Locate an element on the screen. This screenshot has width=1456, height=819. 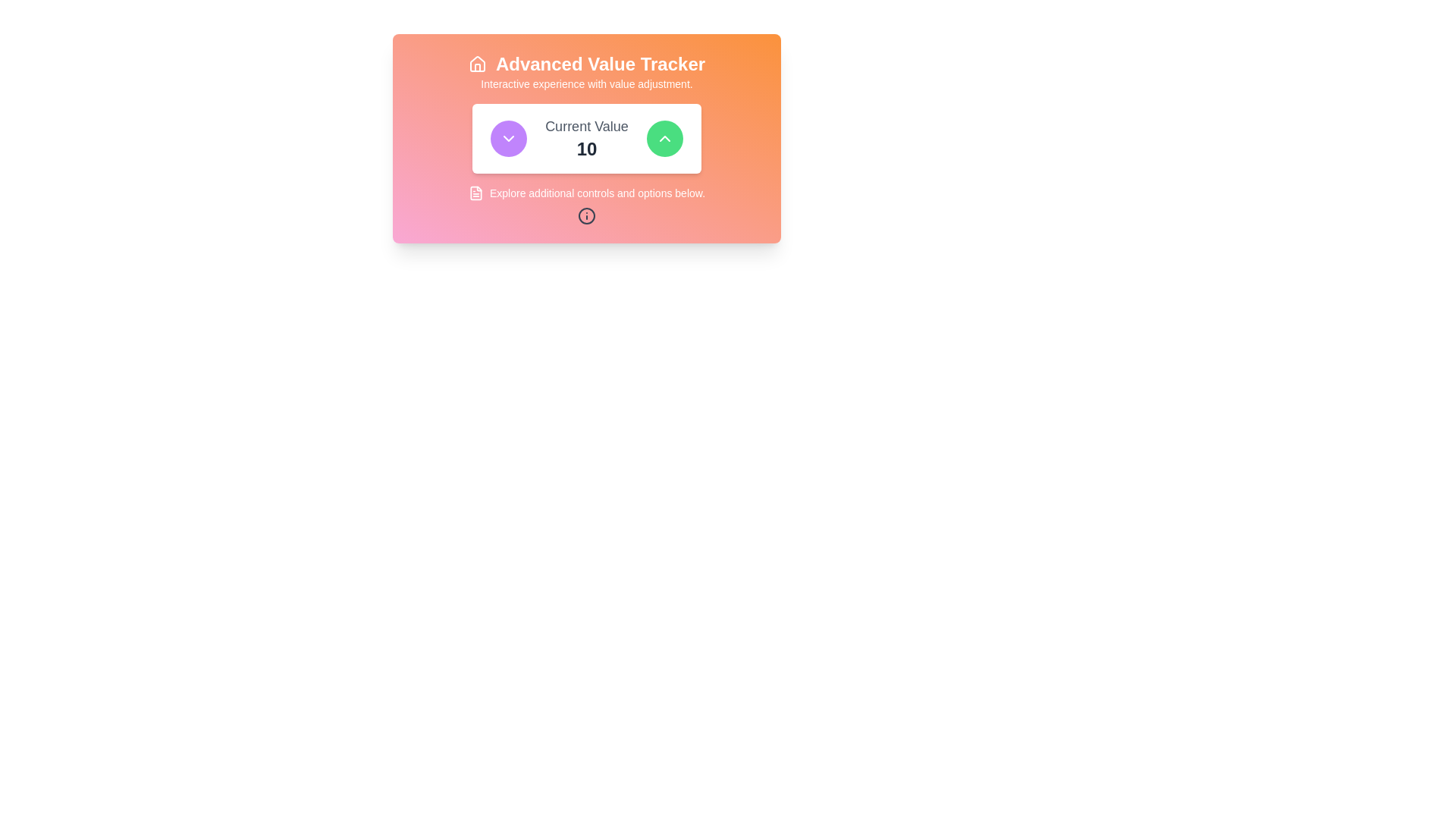
the information icon, which is a gray circular outline containing the letter 'i', located at the bottom center of the additional controls section is located at coordinates (585, 216).